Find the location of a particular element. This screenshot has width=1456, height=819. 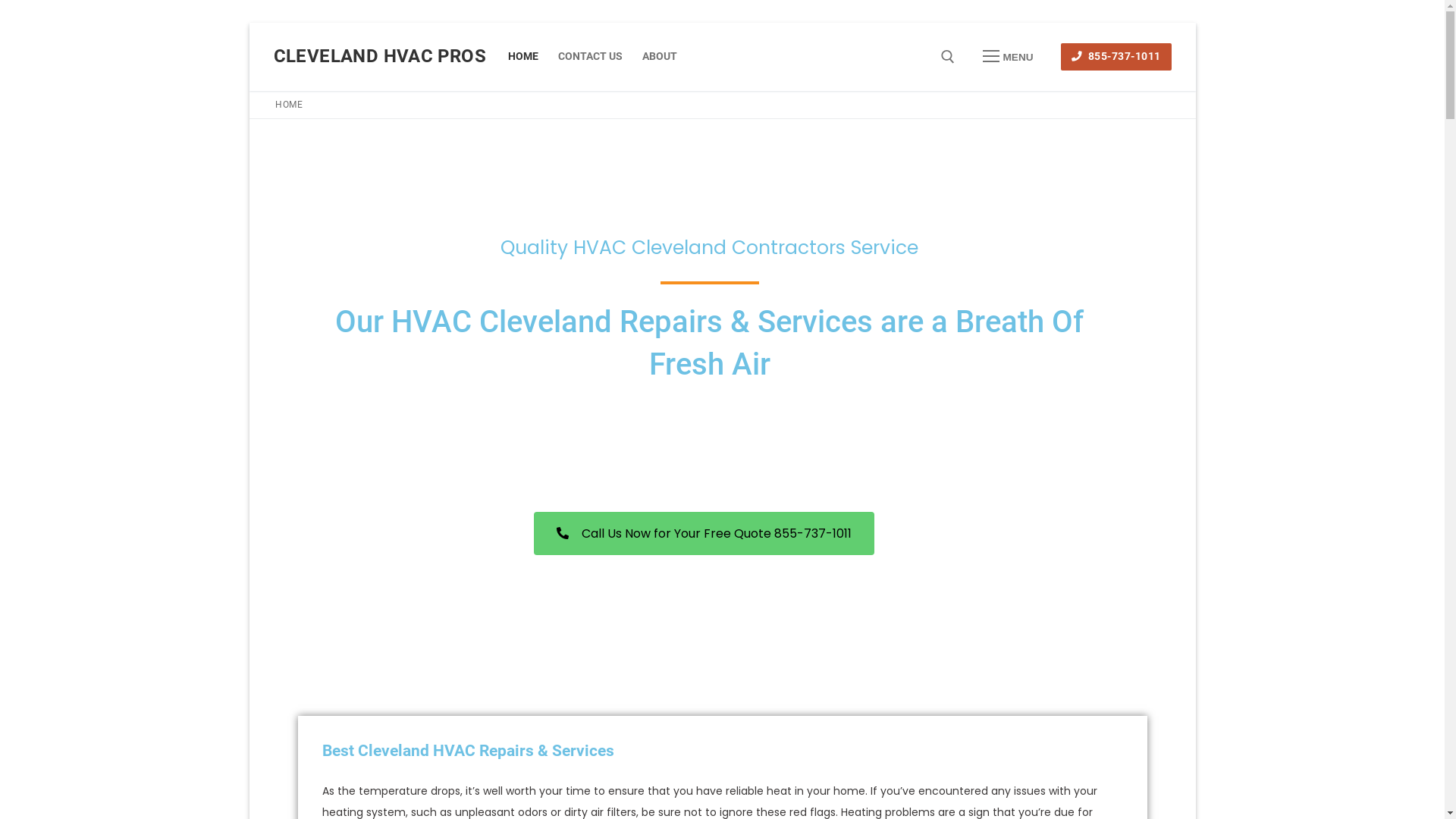

'HOME' is located at coordinates (523, 55).